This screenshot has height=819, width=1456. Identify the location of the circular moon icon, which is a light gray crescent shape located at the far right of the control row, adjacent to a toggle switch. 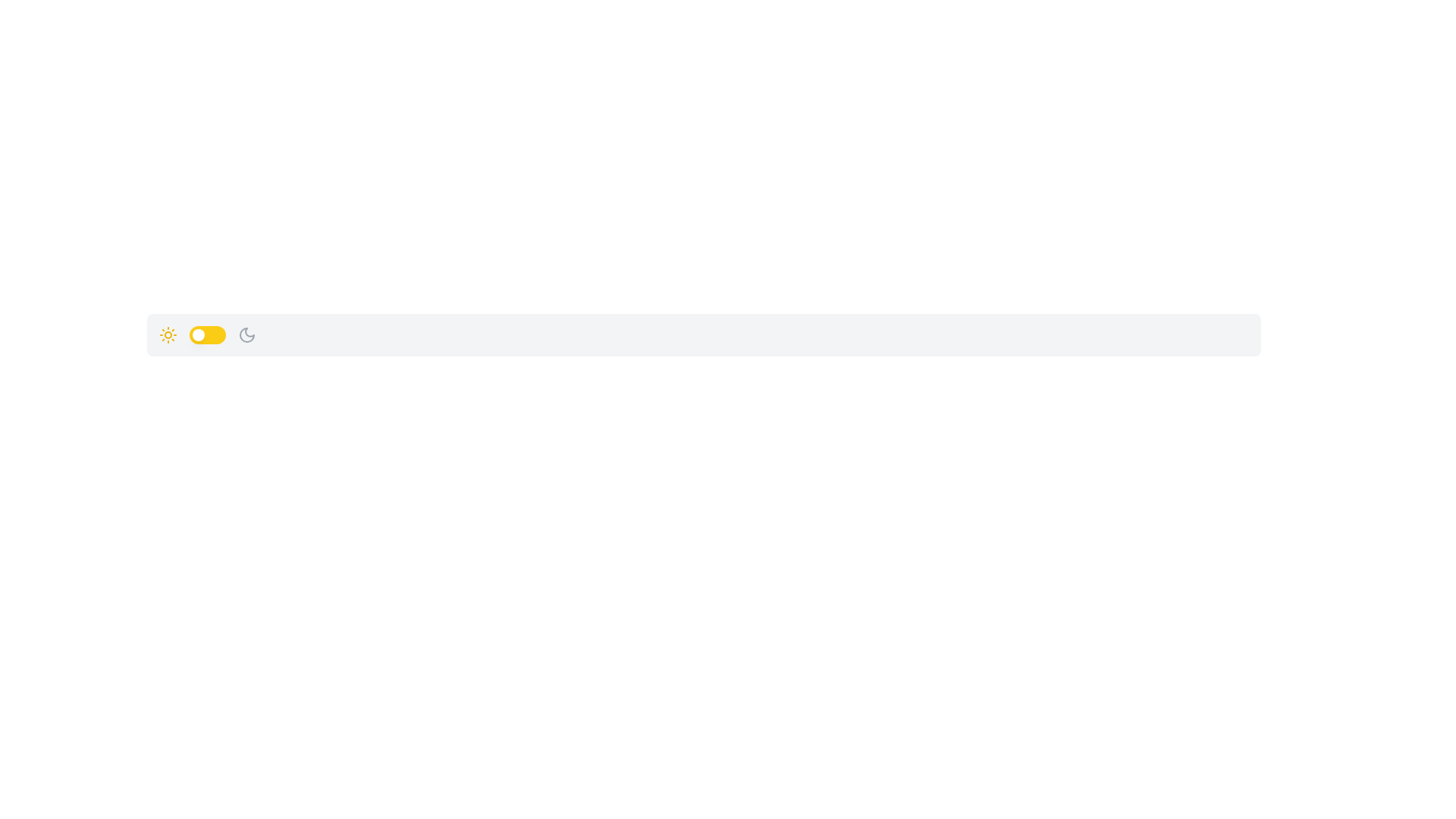
(247, 334).